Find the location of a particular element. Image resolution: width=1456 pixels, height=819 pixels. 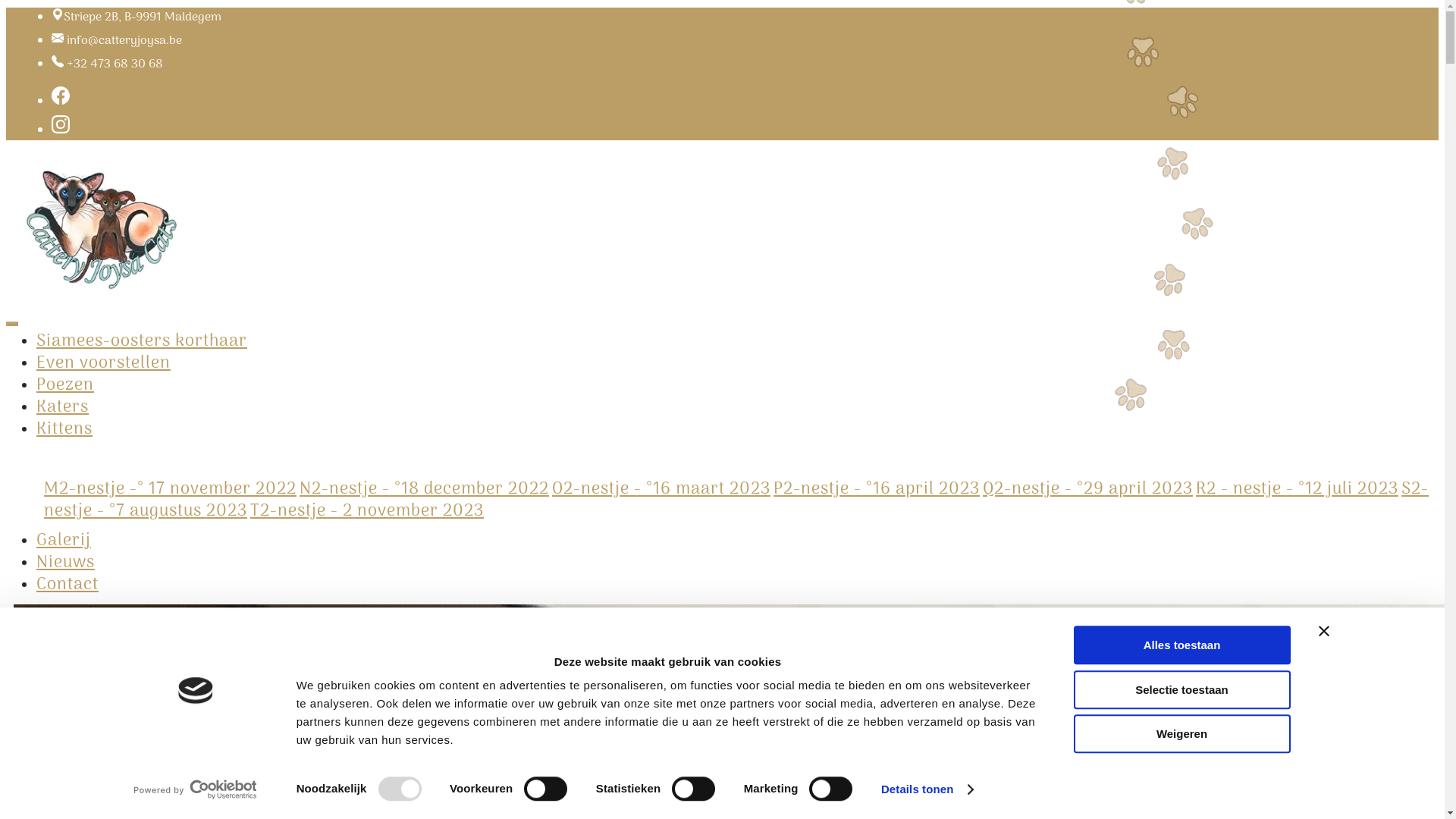

'Logo Cattery Joysa' is located at coordinates (100, 227).